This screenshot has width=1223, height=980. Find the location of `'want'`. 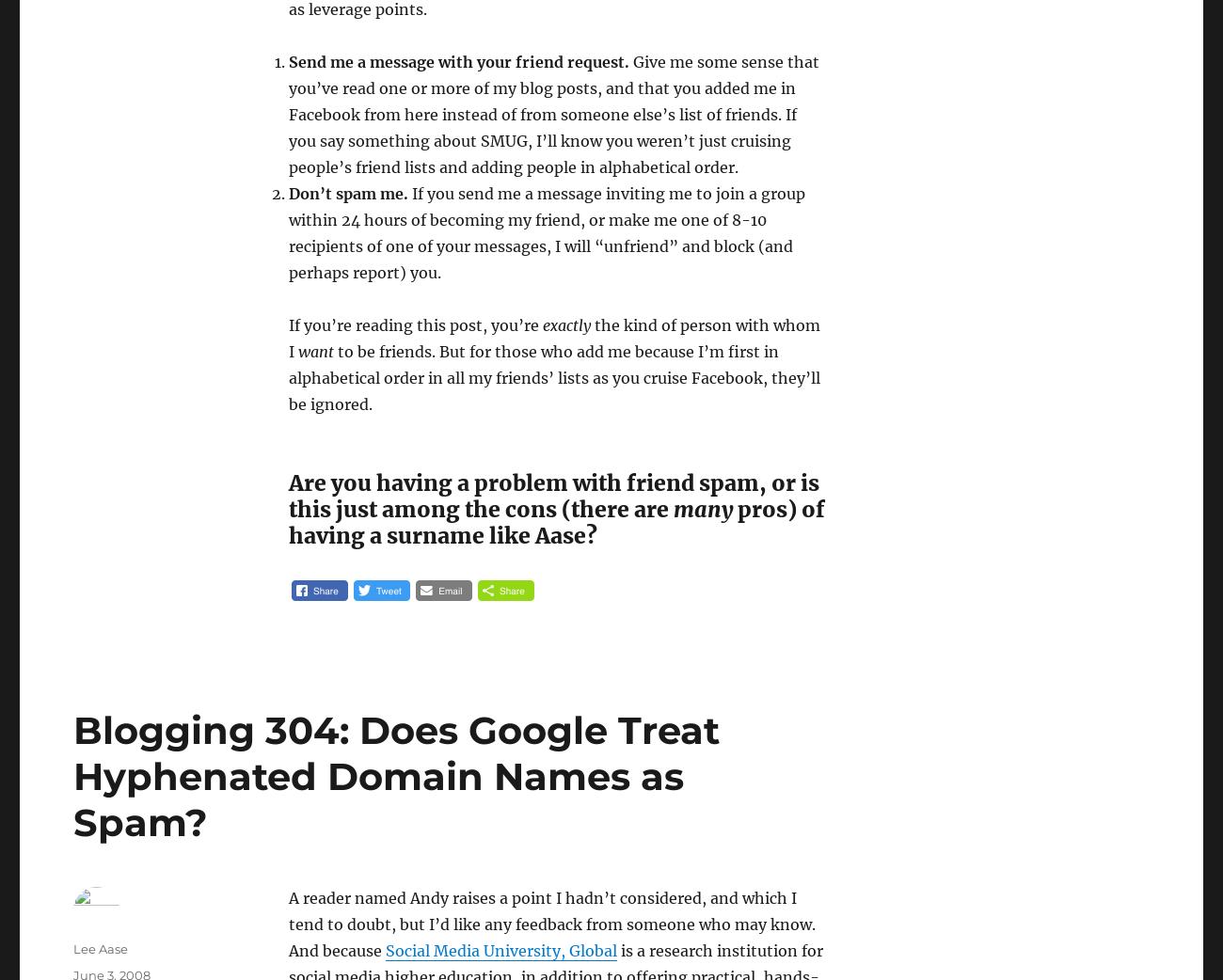

'want' is located at coordinates (314, 350).